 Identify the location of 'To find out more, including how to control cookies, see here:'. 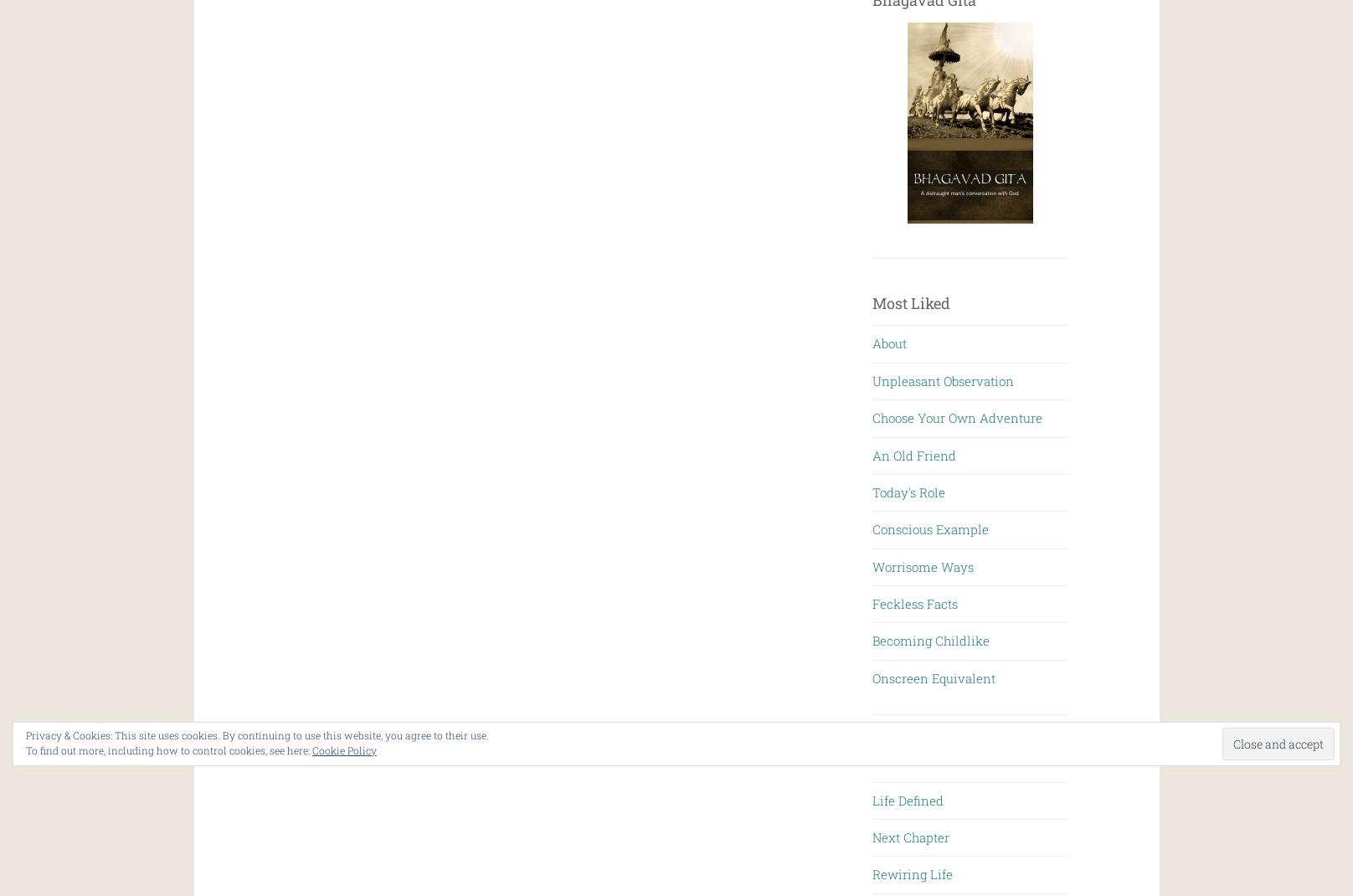
(26, 749).